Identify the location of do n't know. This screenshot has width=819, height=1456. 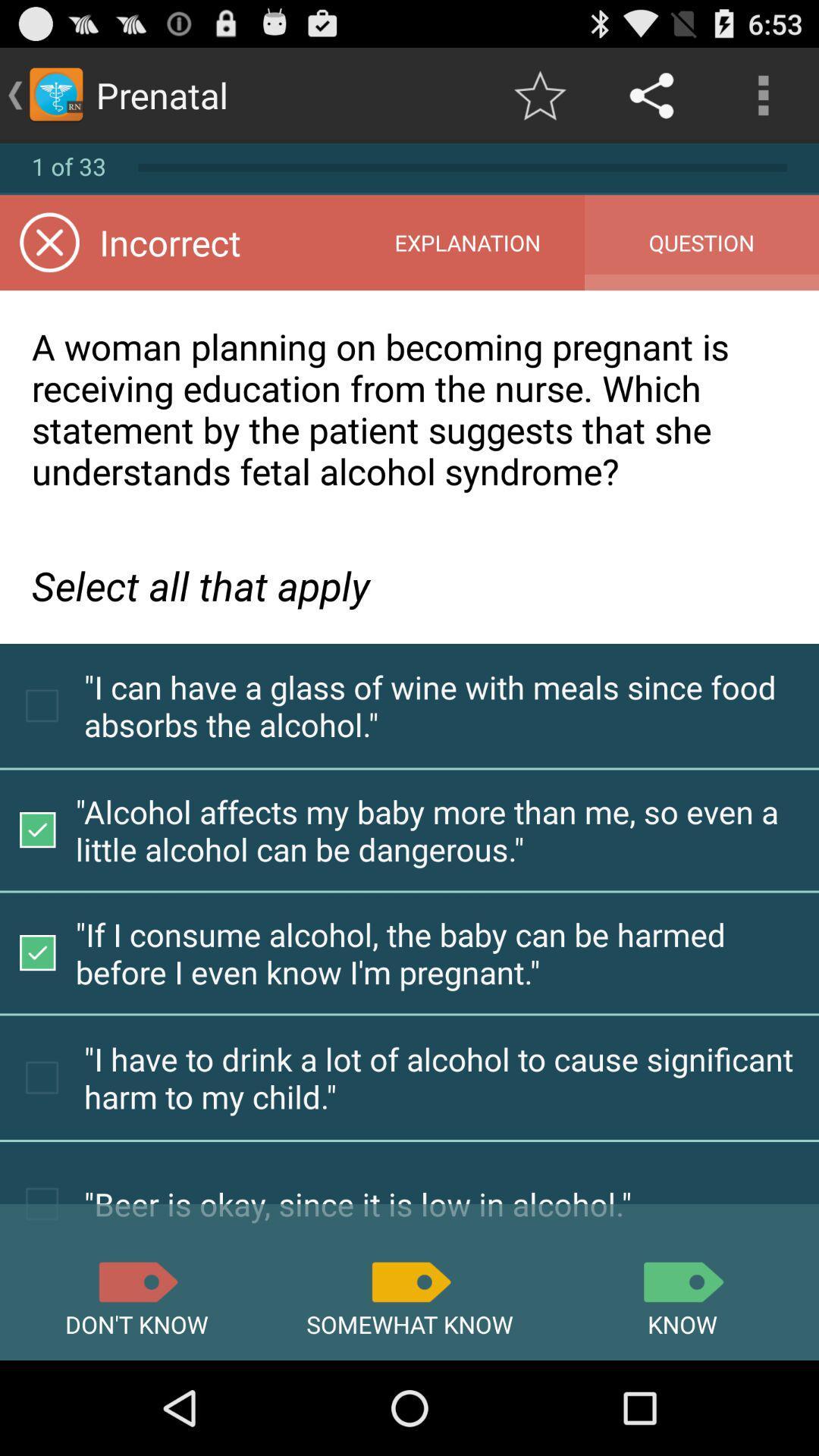
(136, 1281).